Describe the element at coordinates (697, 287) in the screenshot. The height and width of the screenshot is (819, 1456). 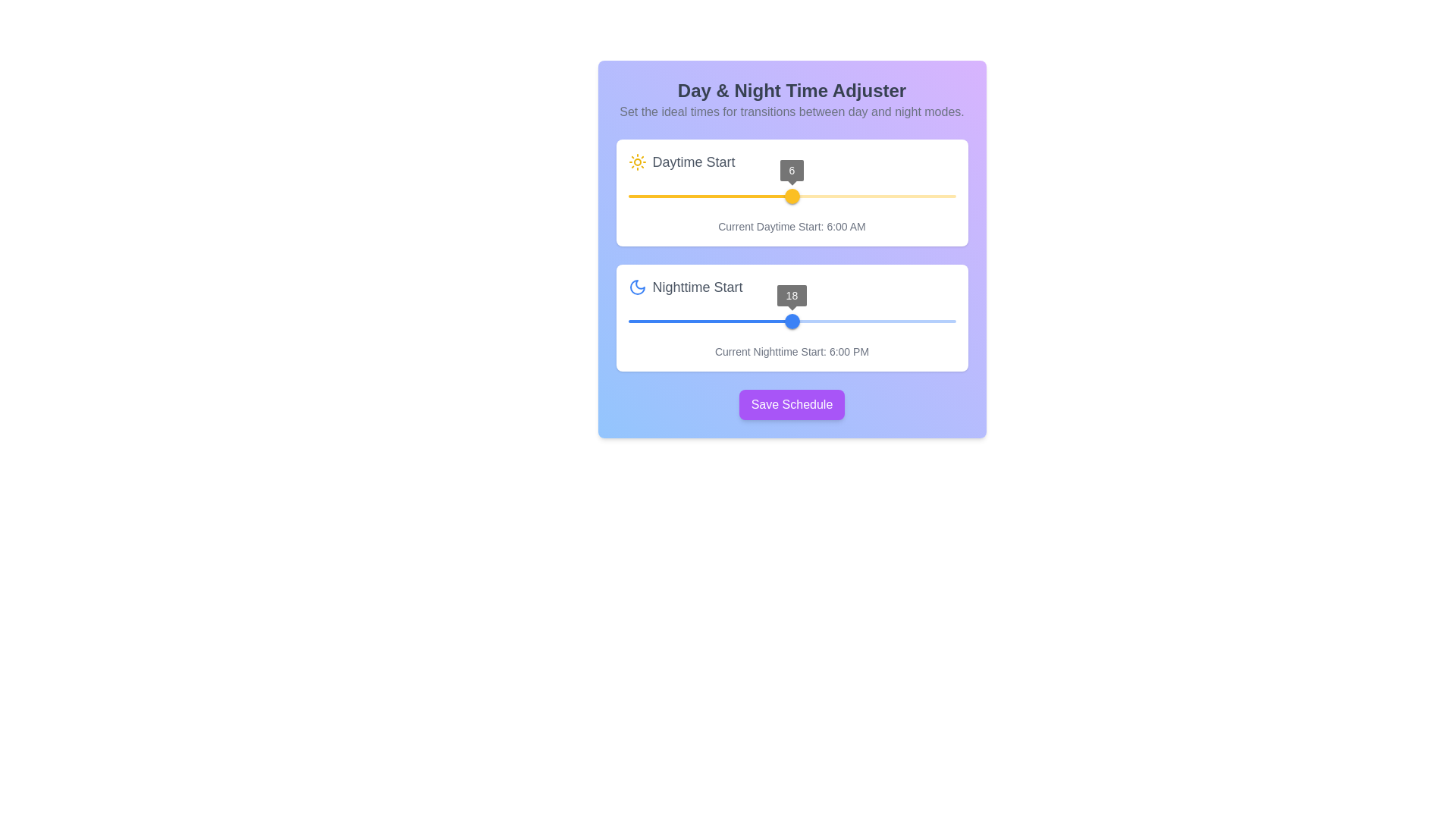
I see `the text label reading 'Nighttime Start', which is styled in large gray font and positioned beneath the 'Daytime Start' section with a moon icon to its left` at that location.